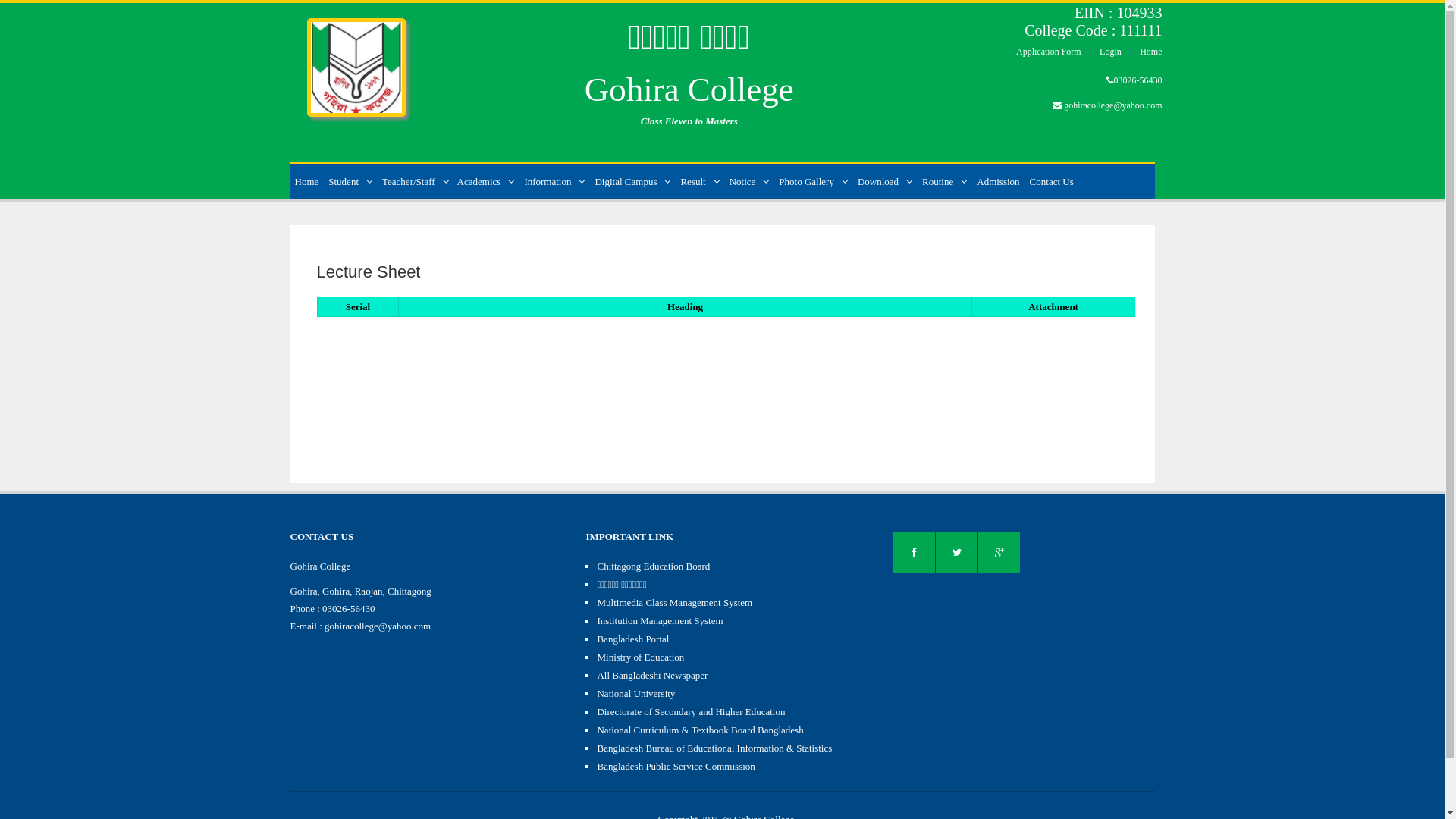 The image size is (1456, 819). What do you see at coordinates (519, 180) in the screenshot?
I see `'Information'` at bounding box center [519, 180].